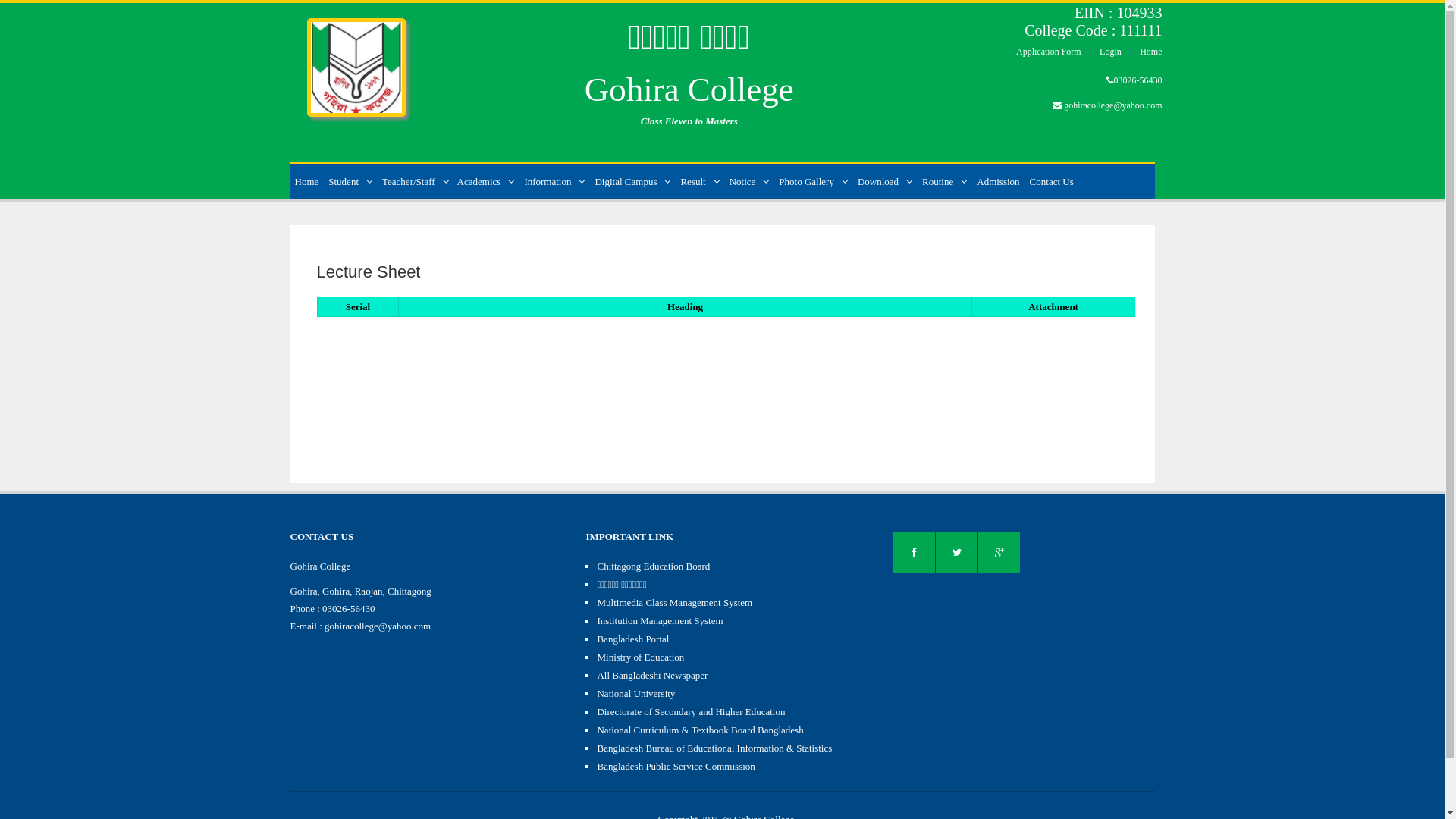 The image size is (1456, 819). What do you see at coordinates (519, 180) in the screenshot?
I see `'Information'` at bounding box center [519, 180].